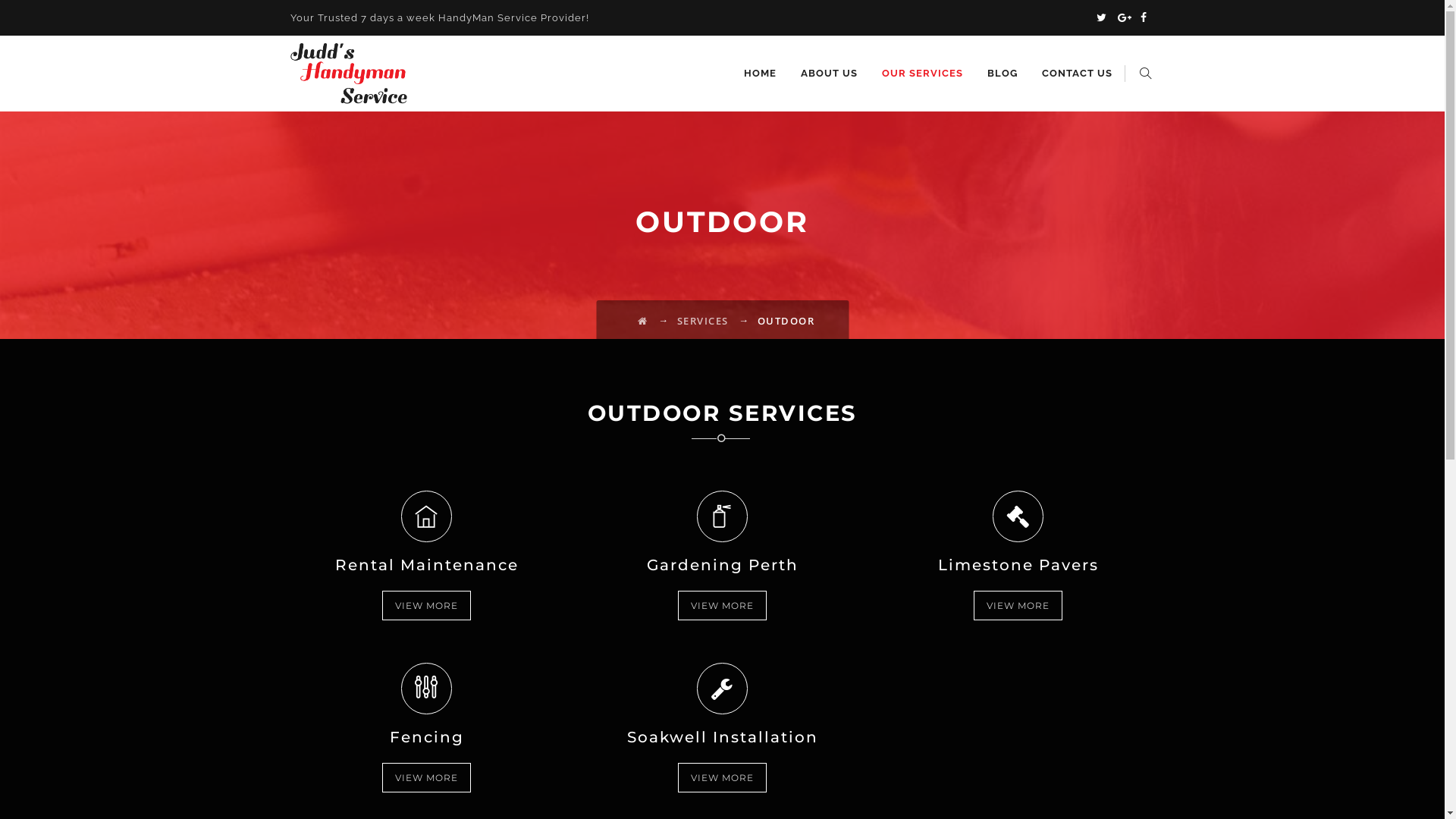  Describe the element at coordinates (721, 777) in the screenshot. I see `'VIEW MORE'` at that location.